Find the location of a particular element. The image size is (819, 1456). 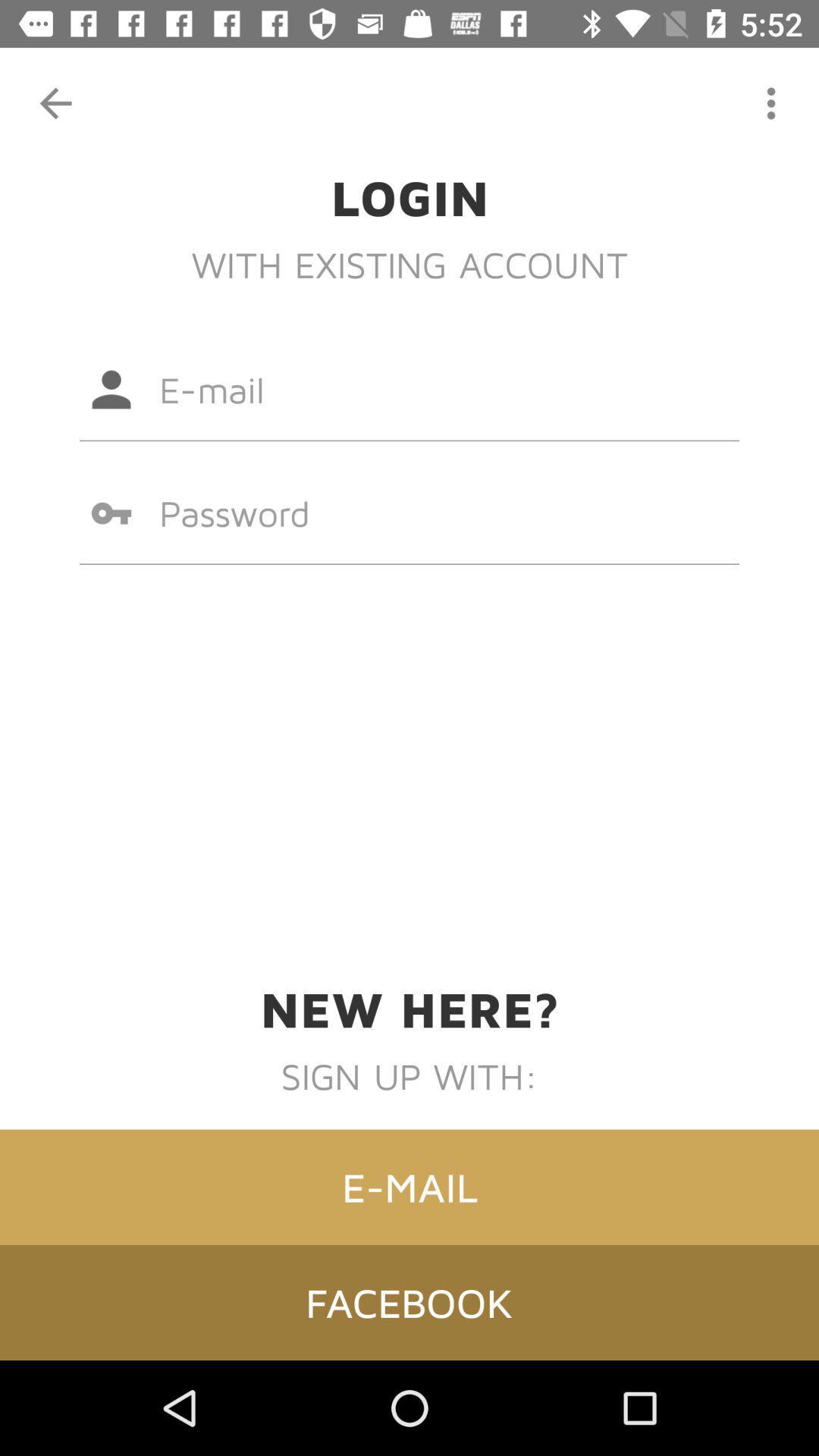

icon below sign up with: item is located at coordinates (409, 1186).